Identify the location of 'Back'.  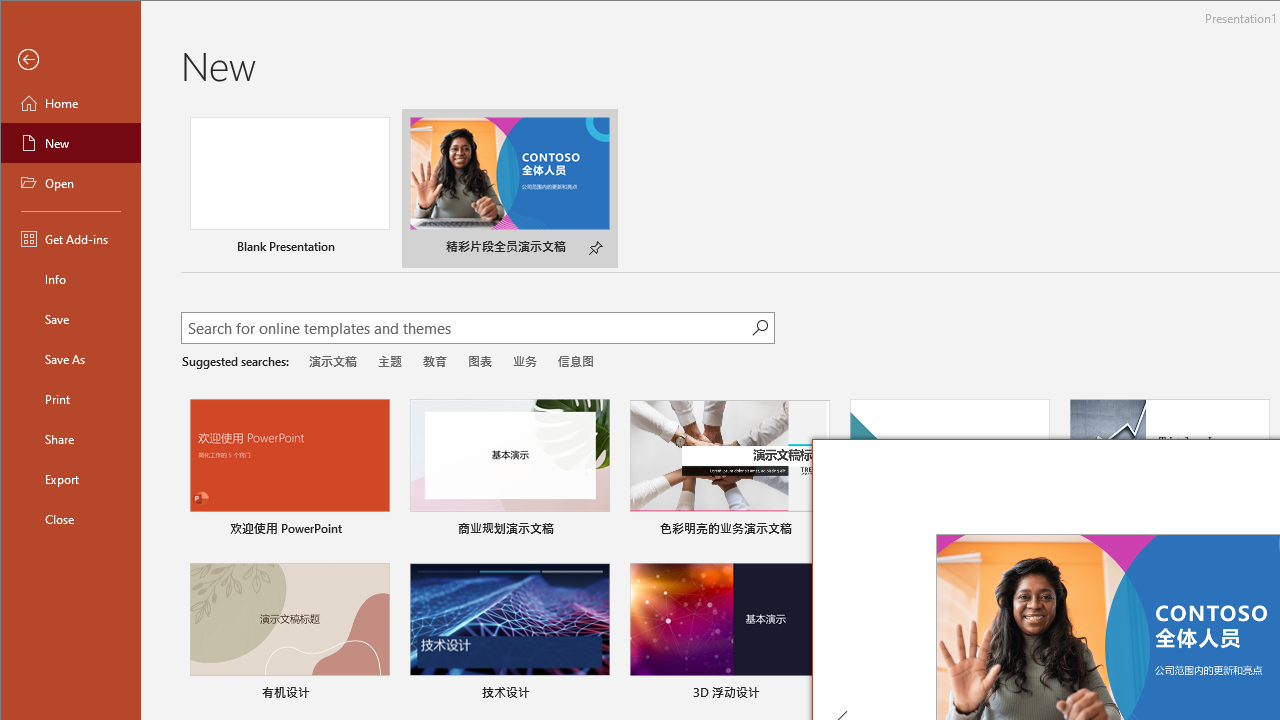
(71, 59).